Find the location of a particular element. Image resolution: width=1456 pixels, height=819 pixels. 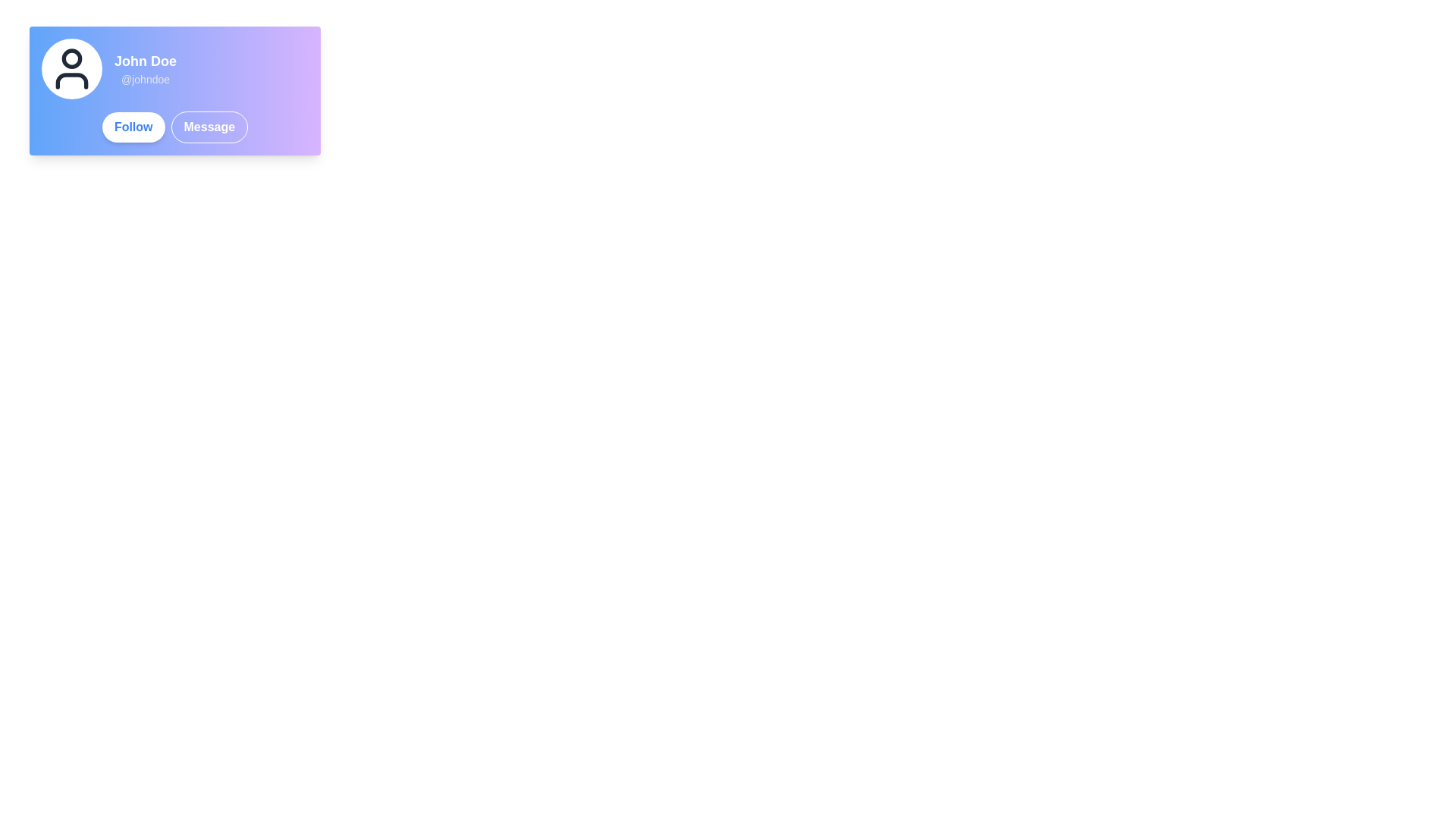

the stylized depiction of shoulders and neck in the user profile icon, located centrally within the user profile card, just below the circular head is located at coordinates (71, 81).